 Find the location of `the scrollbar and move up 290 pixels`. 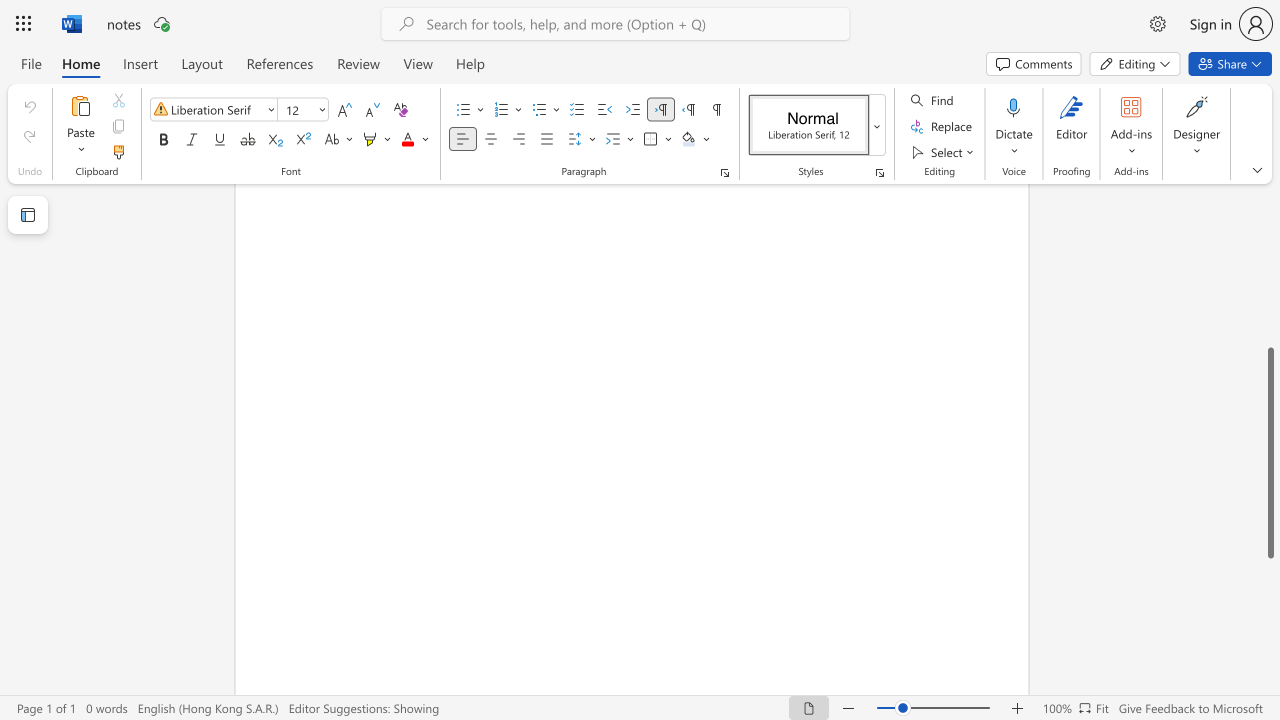

the scrollbar and move up 290 pixels is located at coordinates (1269, 453).